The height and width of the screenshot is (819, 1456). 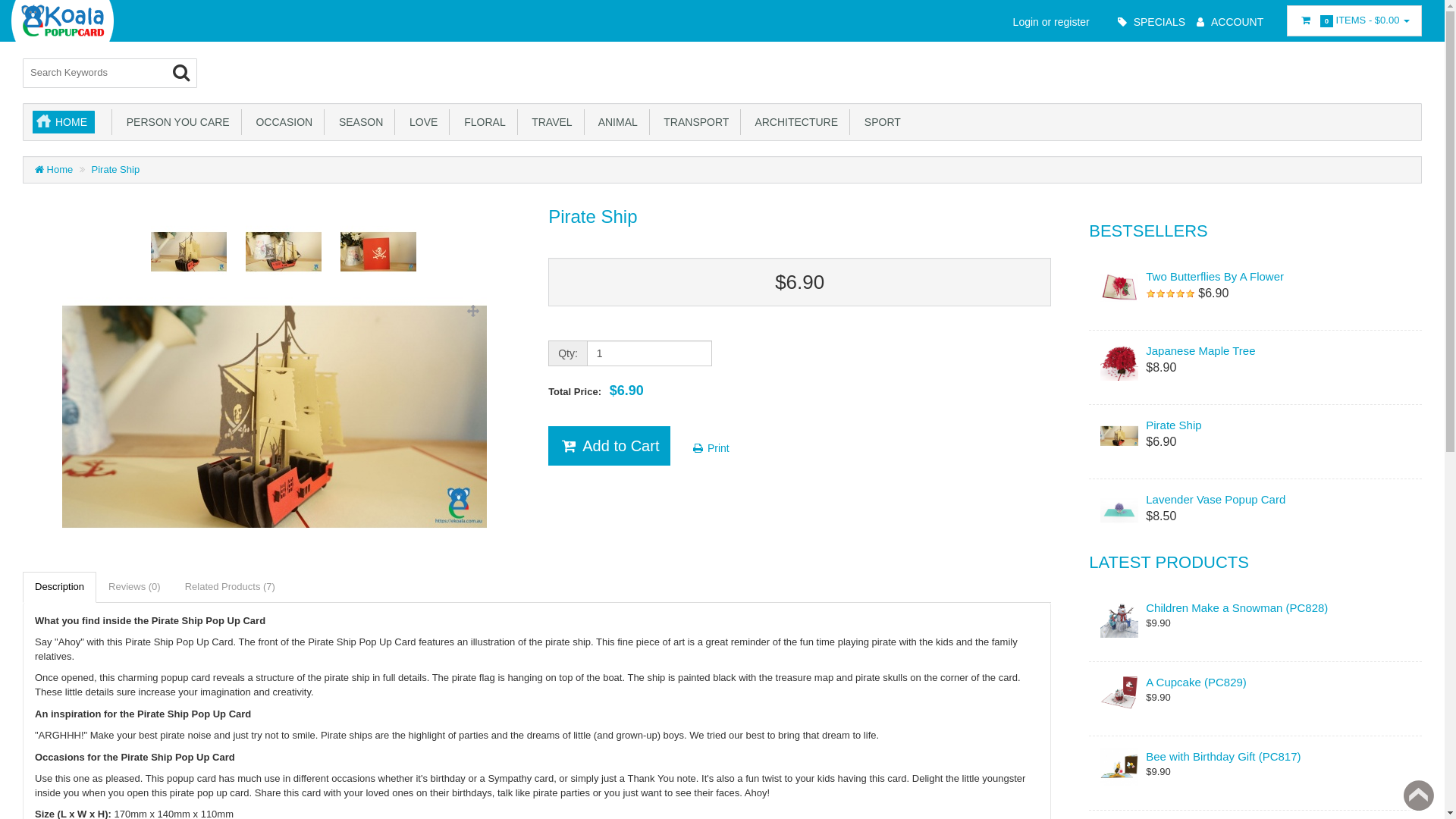 What do you see at coordinates (881, 121) in the screenshot?
I see `'  SPORT'` at bounding box center [881, 121].